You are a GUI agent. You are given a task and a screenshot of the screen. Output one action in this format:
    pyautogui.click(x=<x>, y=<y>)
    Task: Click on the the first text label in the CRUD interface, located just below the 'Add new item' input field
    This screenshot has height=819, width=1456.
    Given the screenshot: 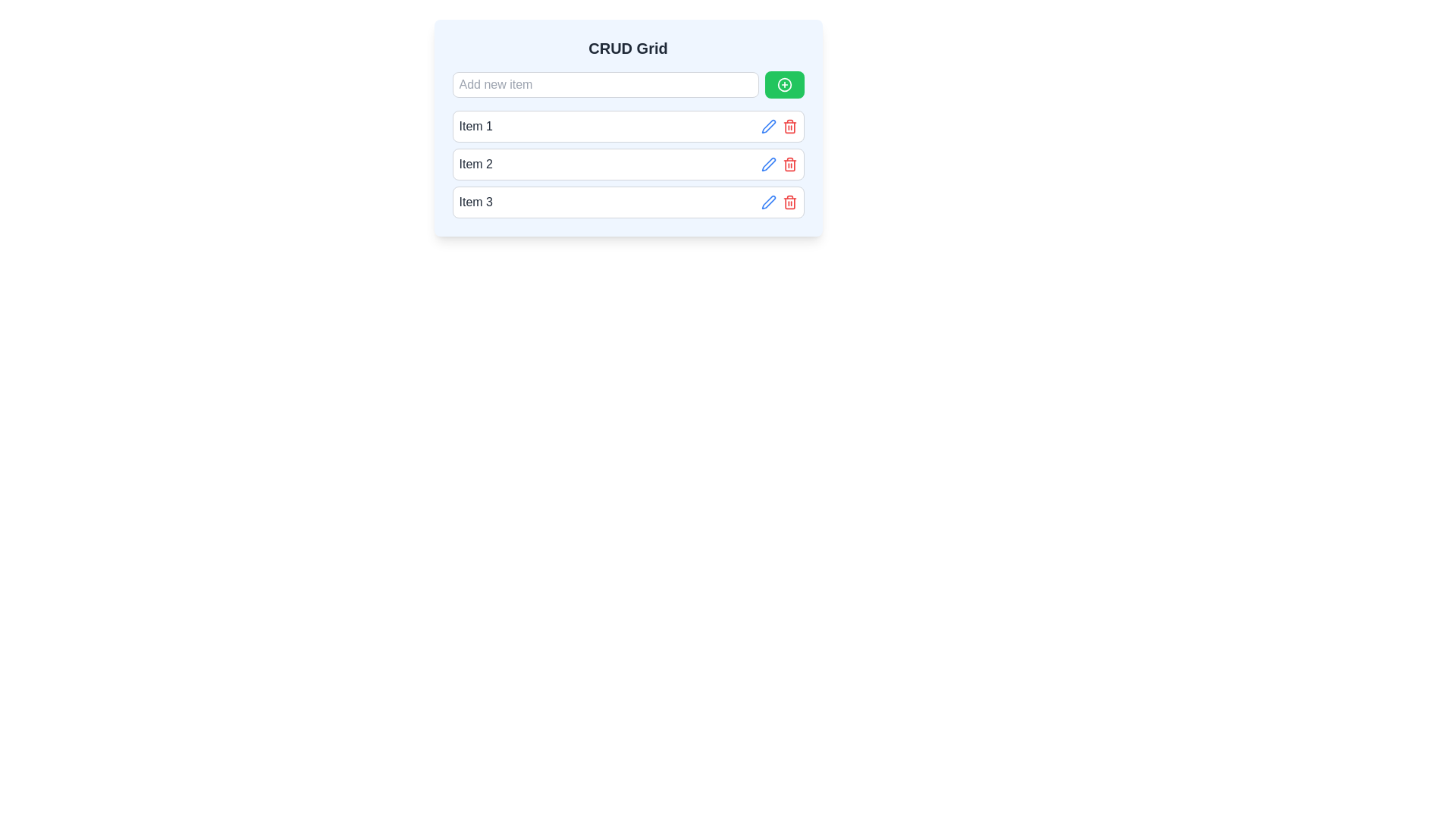 What is the action you would take?
    pyautogui.click(x=475, y=125)
    